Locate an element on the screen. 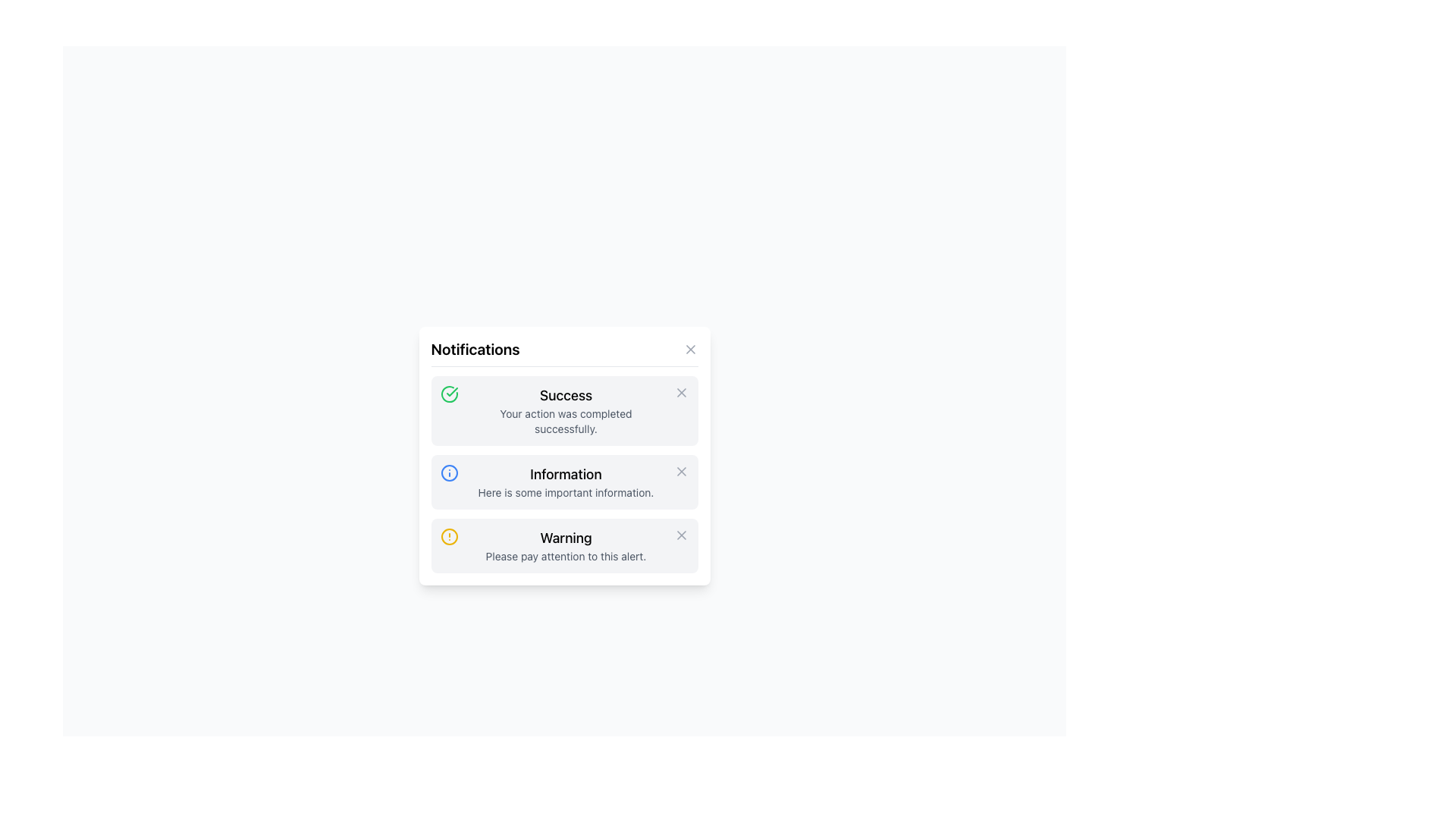 The width and height of the screenshot is (1456, 819). information displayed in the Notification card, which features a blue circular 'i' icon, a bold title 'Information', and a description stating 'Here is some important information.' is located at coordinates (563, 482).